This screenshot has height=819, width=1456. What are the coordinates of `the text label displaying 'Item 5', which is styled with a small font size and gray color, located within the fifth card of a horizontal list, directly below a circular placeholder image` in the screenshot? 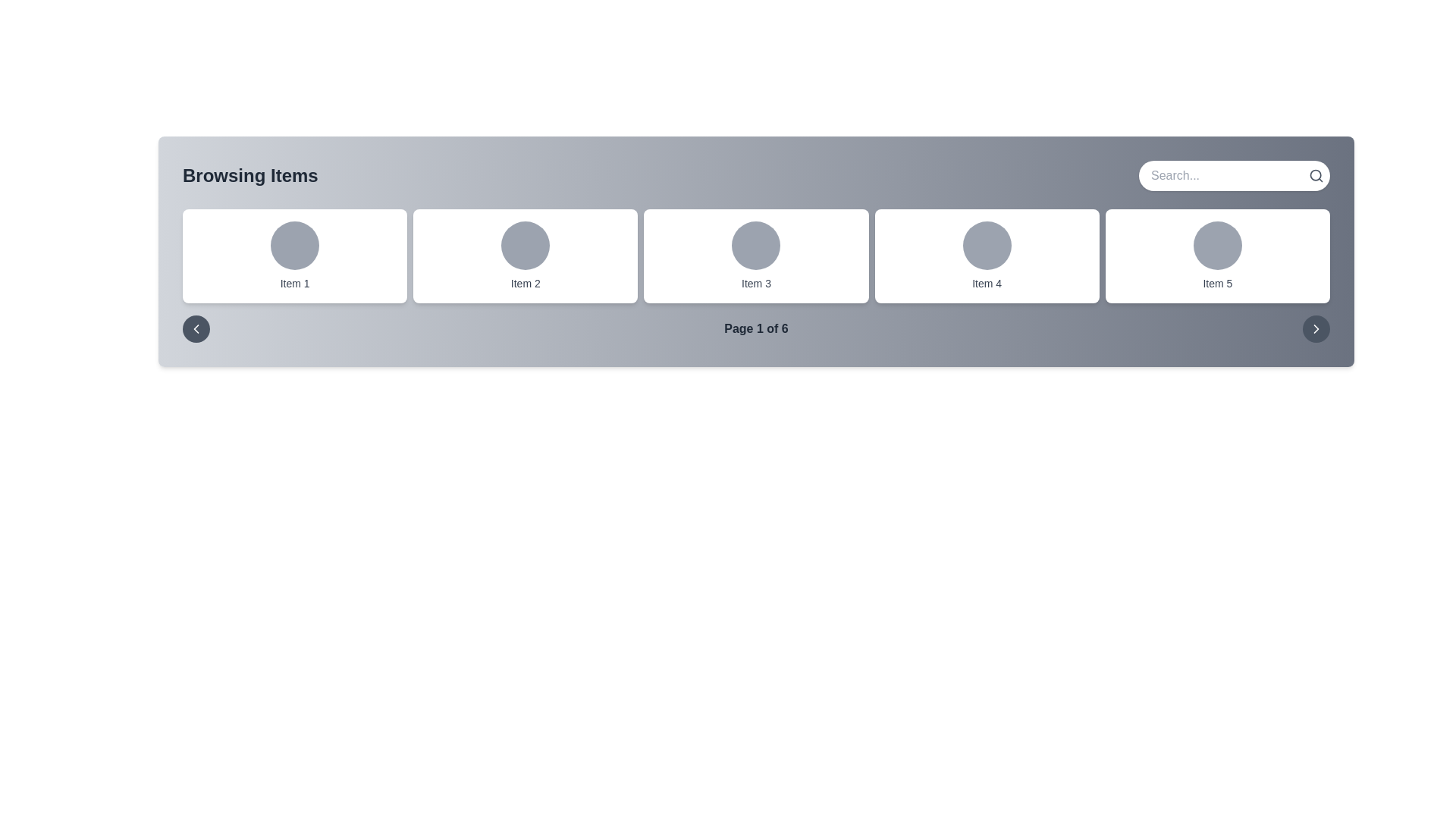 It's located at (1217, 284).